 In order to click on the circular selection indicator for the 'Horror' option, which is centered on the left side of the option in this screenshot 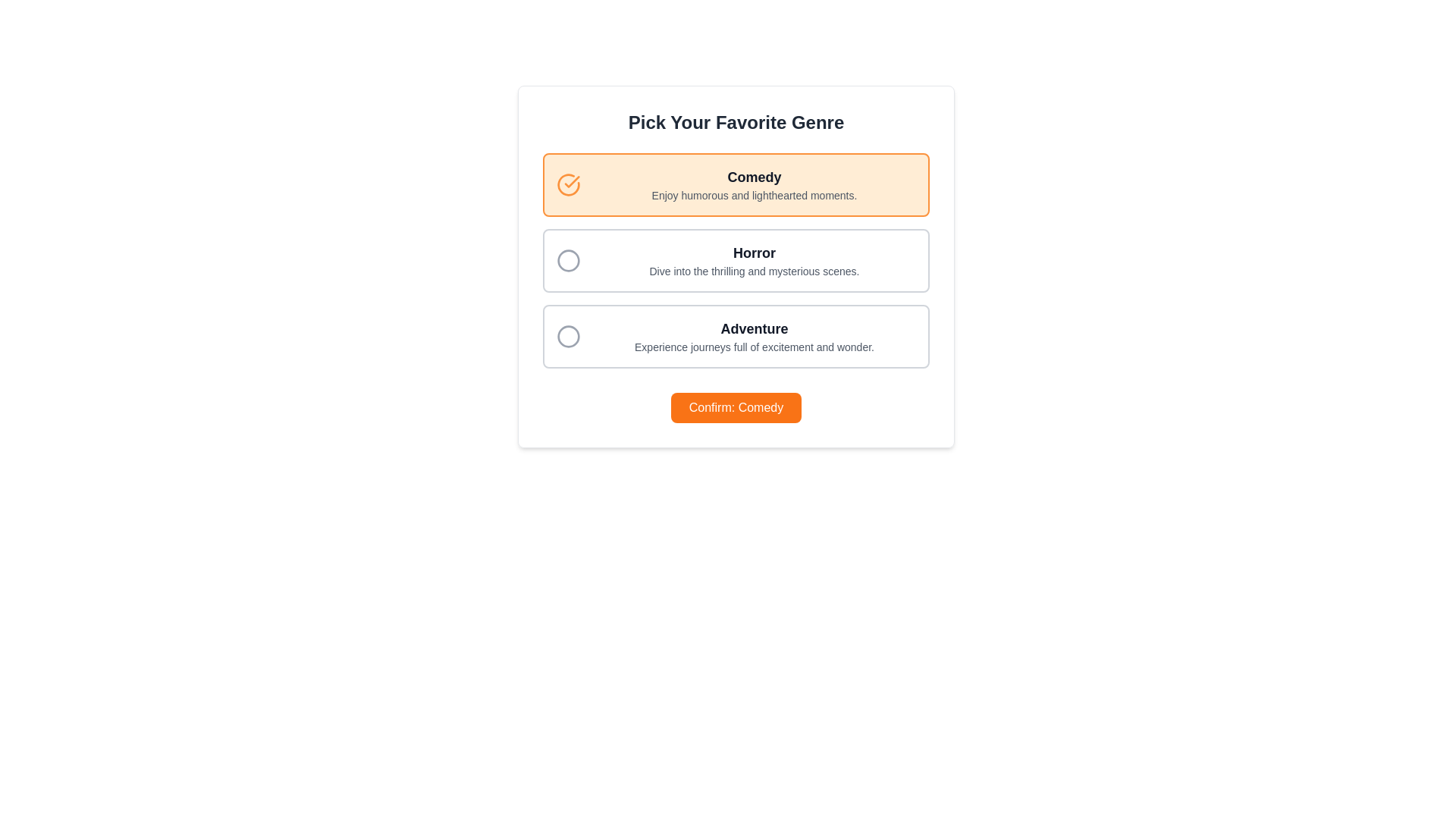, I will do `click(567, 259)`.